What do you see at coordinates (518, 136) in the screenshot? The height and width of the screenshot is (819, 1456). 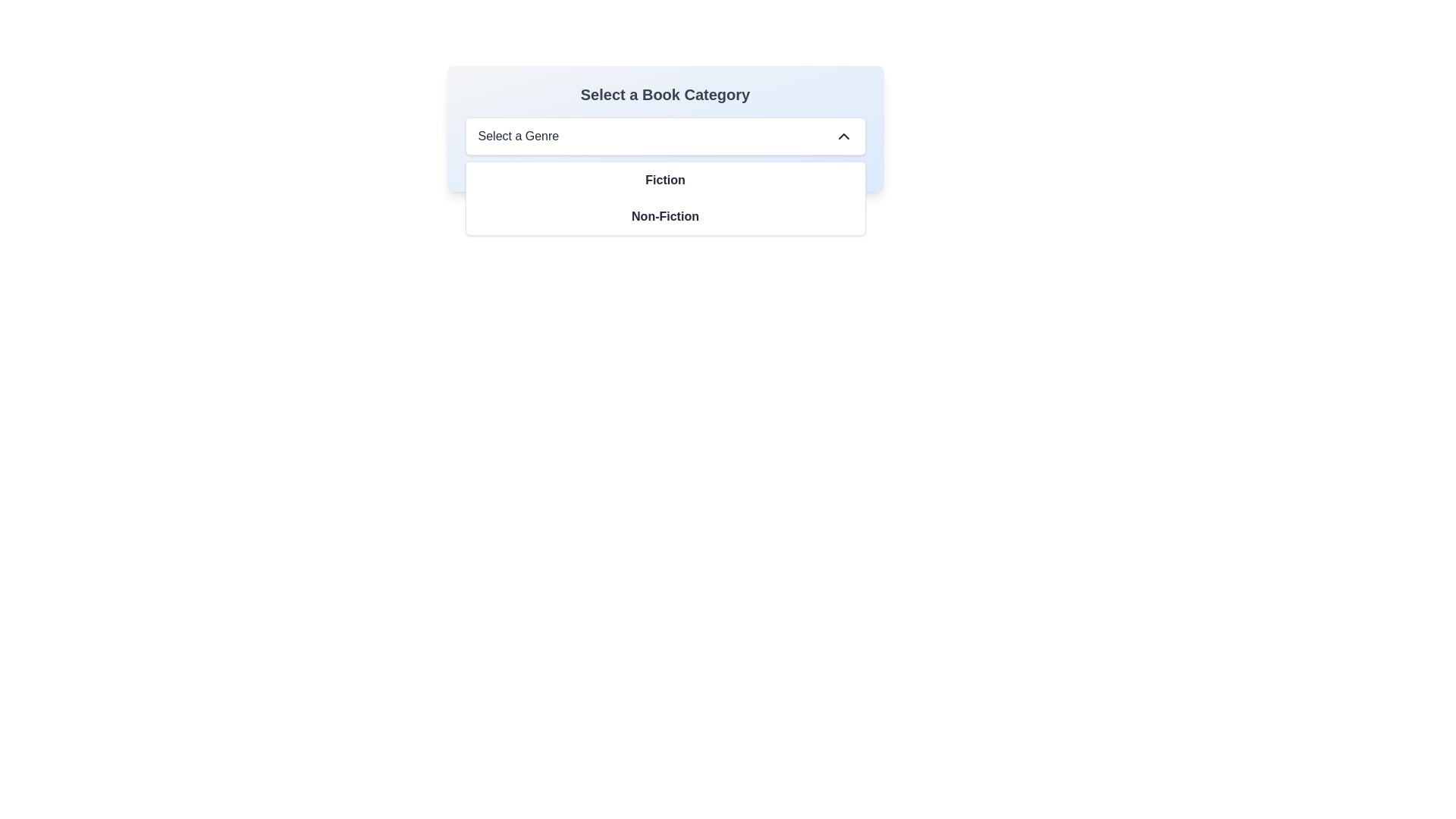 I see `the static text 'Select a Genre' located at the top-left of the dropdown menu` at bounding box center [518, 136].